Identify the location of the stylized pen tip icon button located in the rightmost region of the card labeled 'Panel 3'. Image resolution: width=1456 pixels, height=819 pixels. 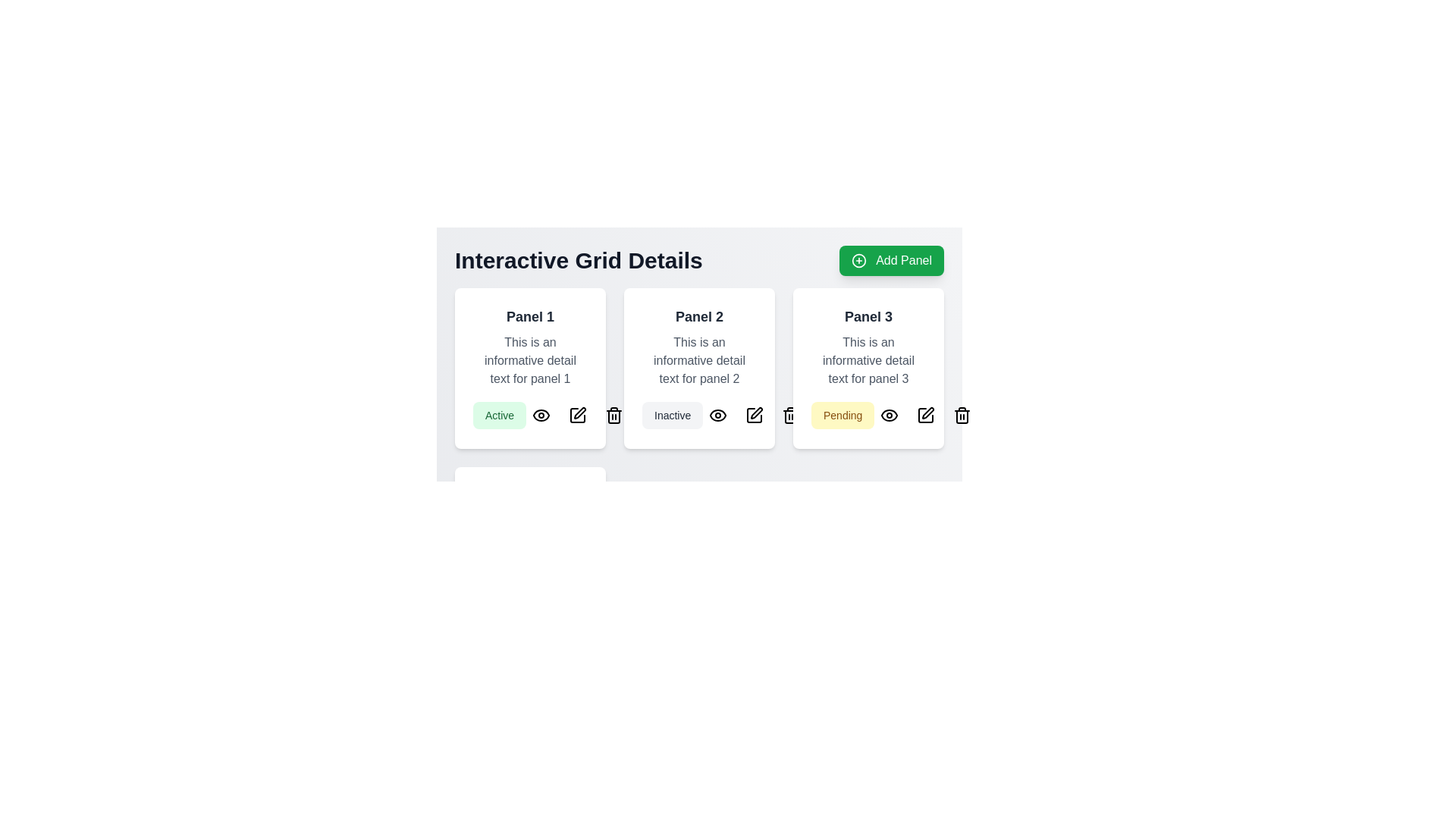
(927, 413).